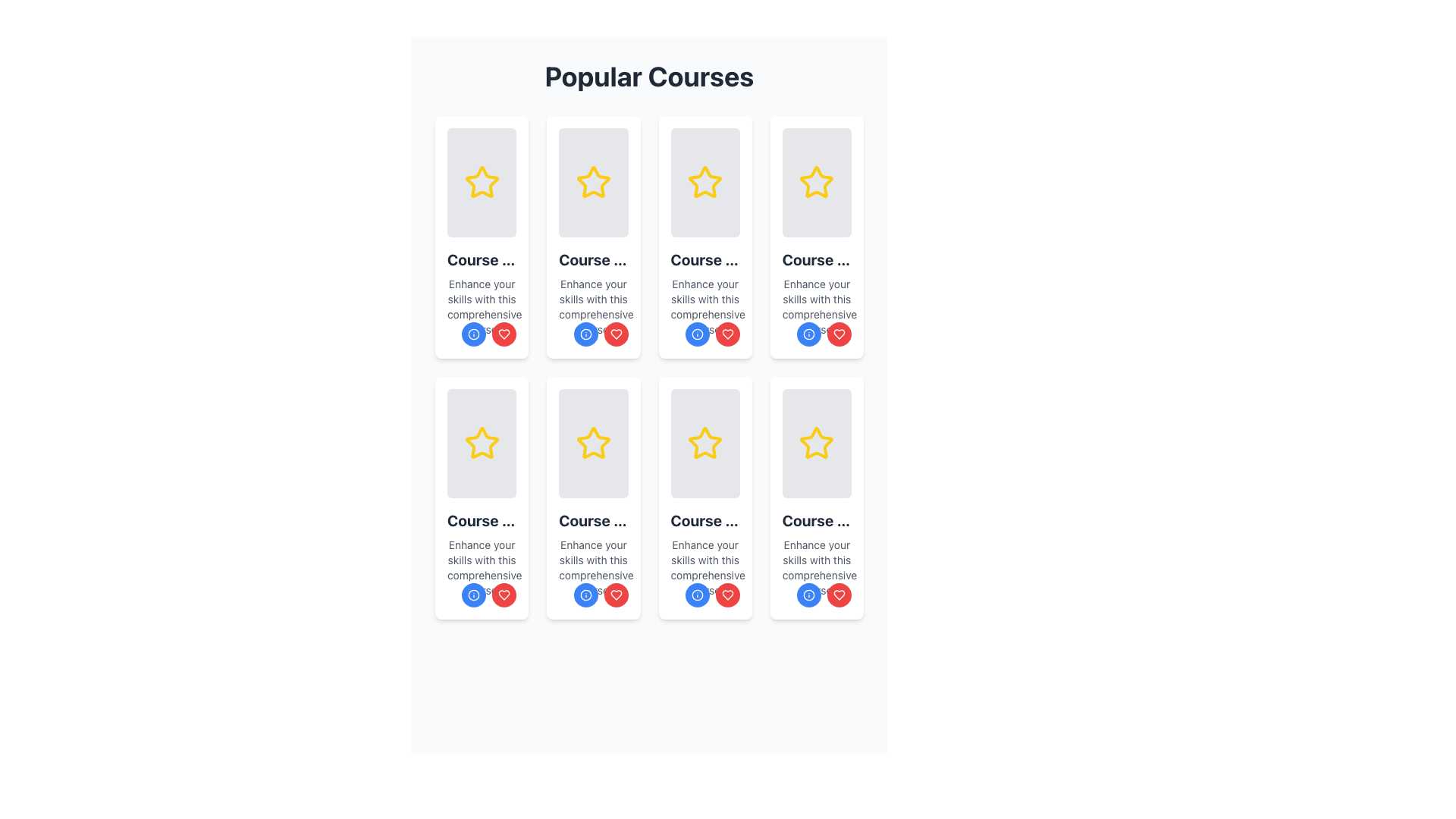 The width and height of the screenshot is (1456, 819). Describe the element at coordinates (696, 333) in the screenshot. I see `the informational icon button located in the second row, fourth column of the grid structure` at that location.